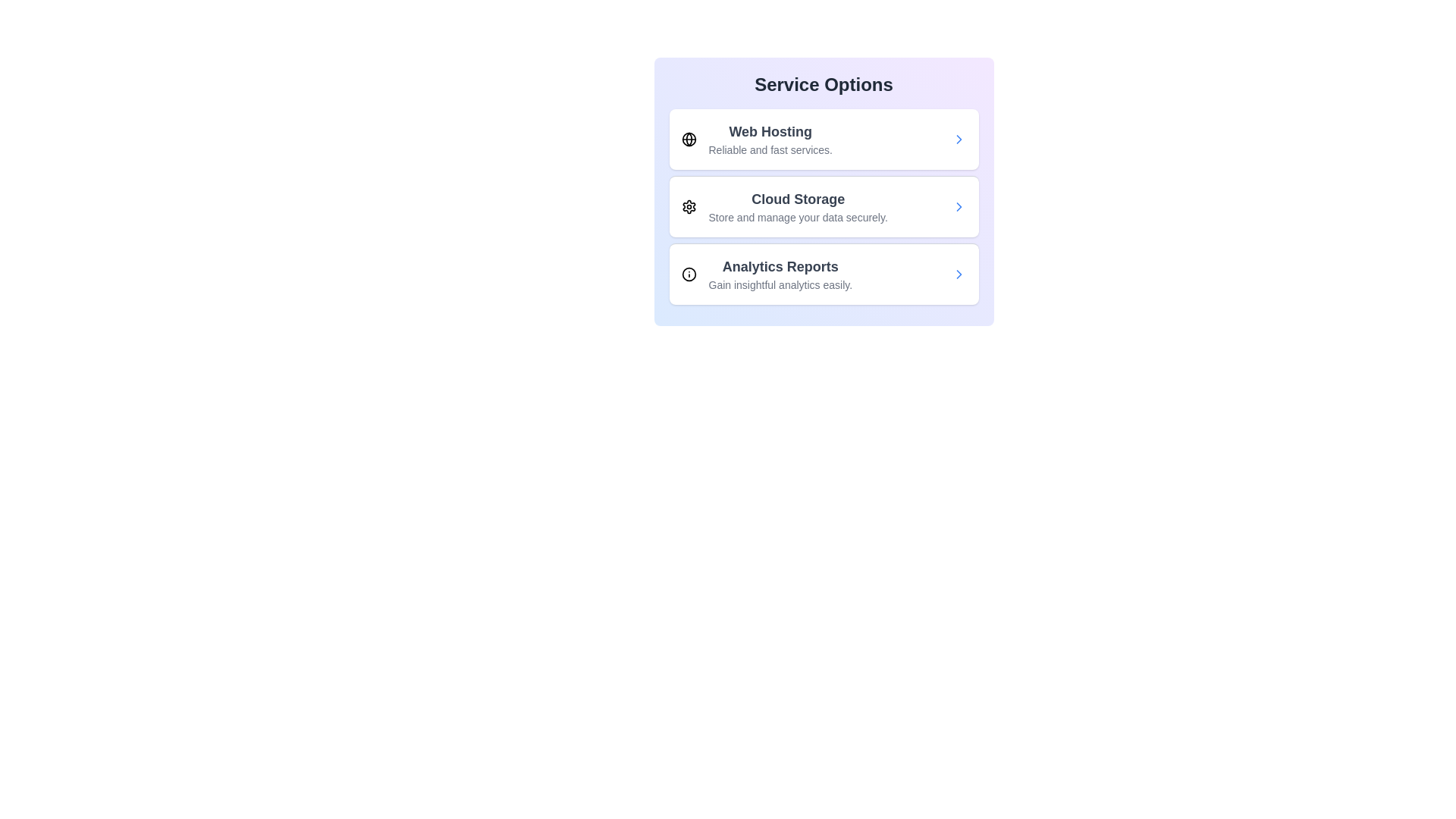 Image resolution: width=1456 pixels, height=819 pixels. Describe the element at coordinates (823, 206) in the screenshot. I see `the service item labeled 'Cloud Storage' to trigger its hover effect` at that location.